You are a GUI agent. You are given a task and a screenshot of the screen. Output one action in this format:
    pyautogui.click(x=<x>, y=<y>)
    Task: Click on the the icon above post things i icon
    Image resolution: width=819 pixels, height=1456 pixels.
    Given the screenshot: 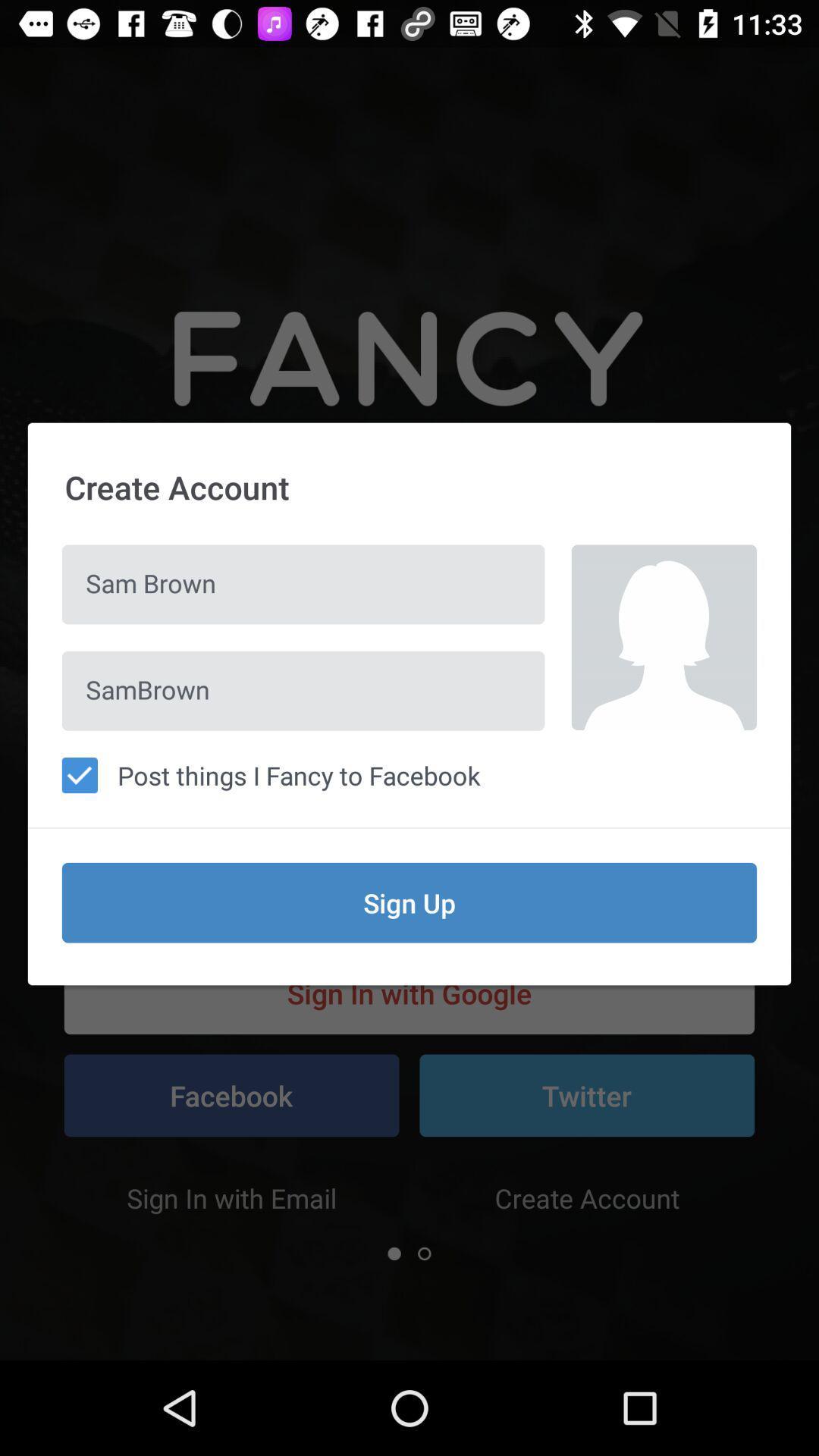 What is the action you would take?
    pyautogui.click(x=663, y=637)
    